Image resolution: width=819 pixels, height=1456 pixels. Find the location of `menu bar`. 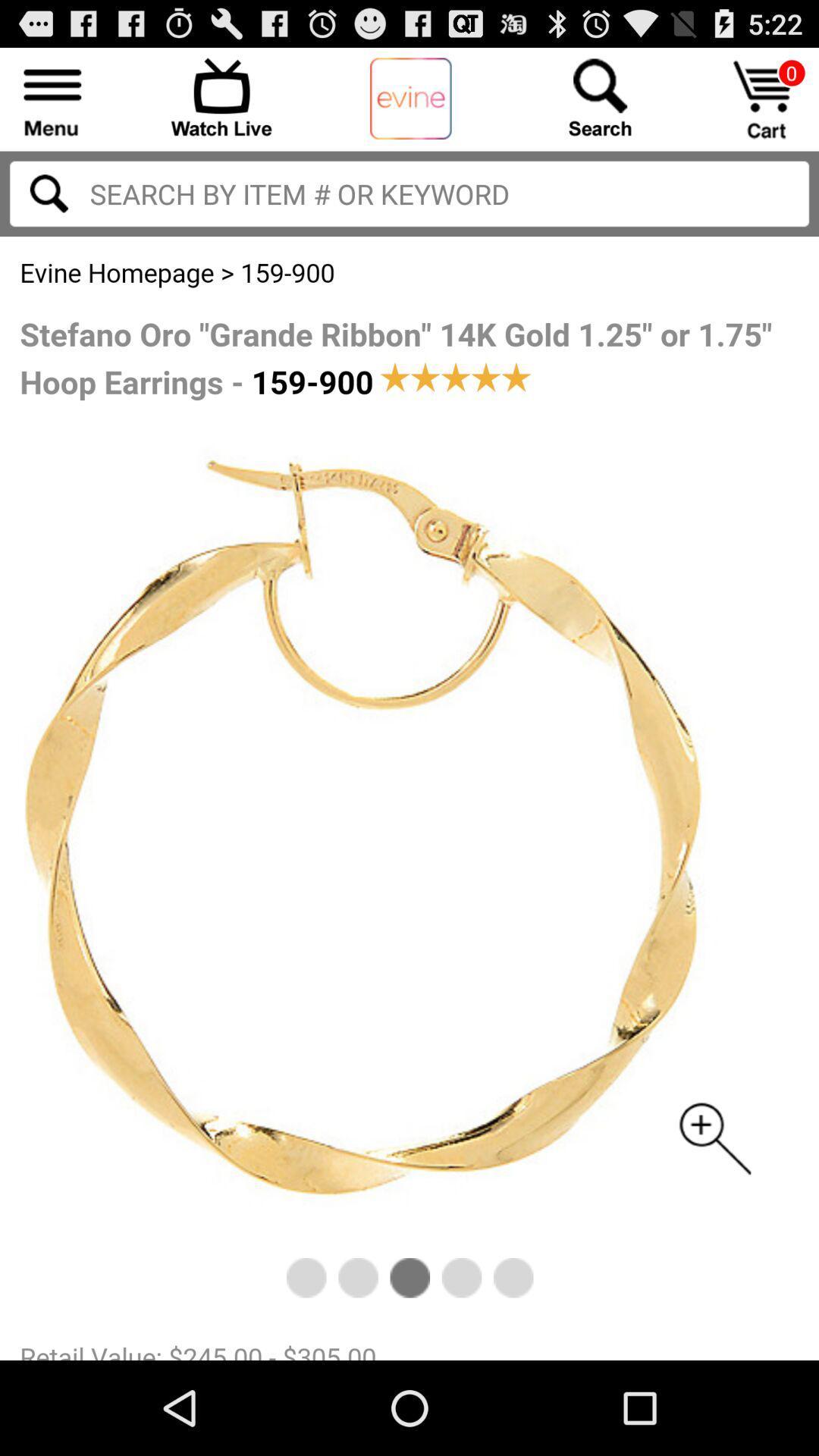

menu bar is located at coordinates (52, 96).